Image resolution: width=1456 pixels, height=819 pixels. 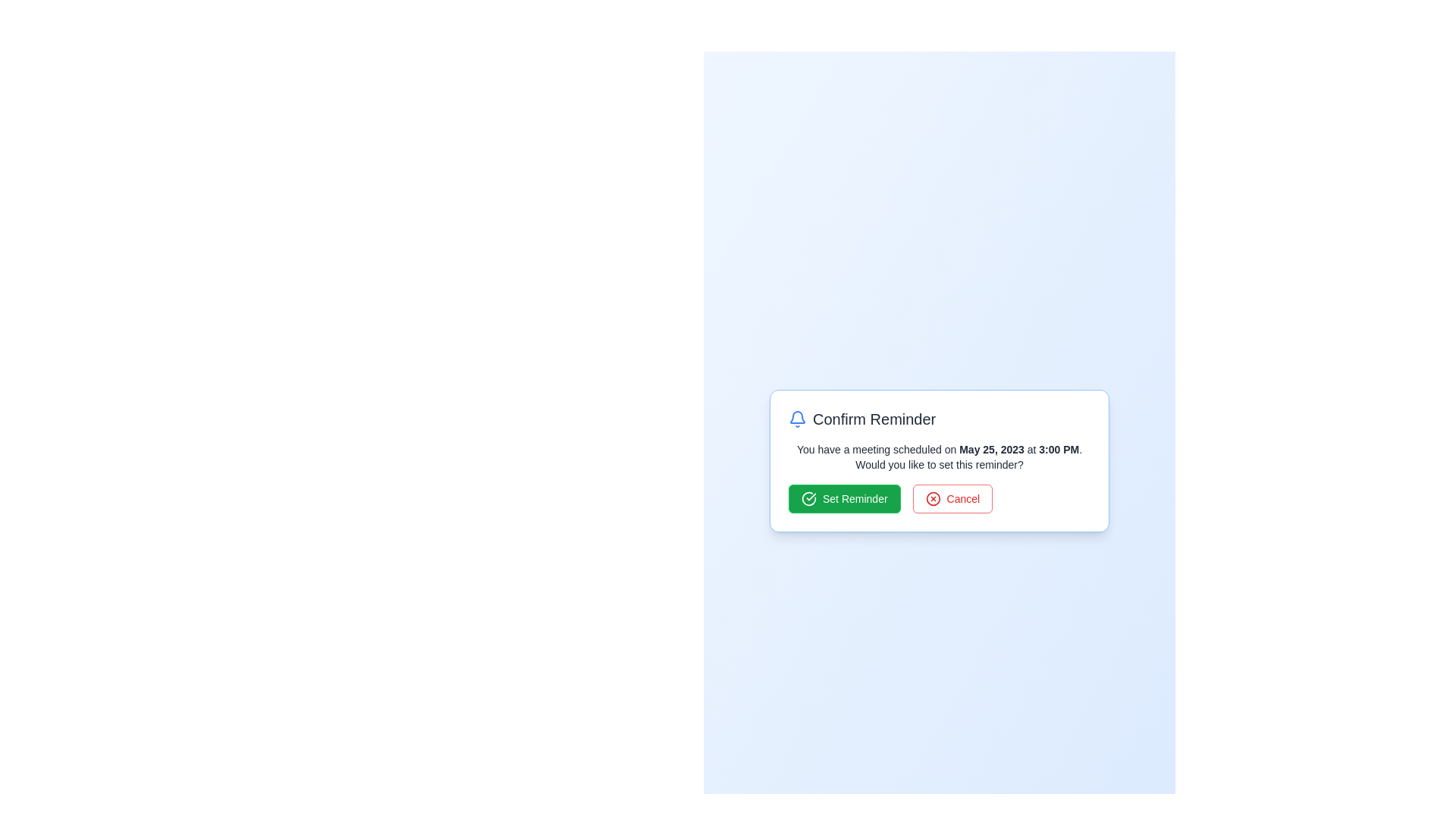 What do you see at coordinates (855, 499) in the screenshot?
I see `the 'Set Reminder' text within the green button` at bounding box center [855, 499].